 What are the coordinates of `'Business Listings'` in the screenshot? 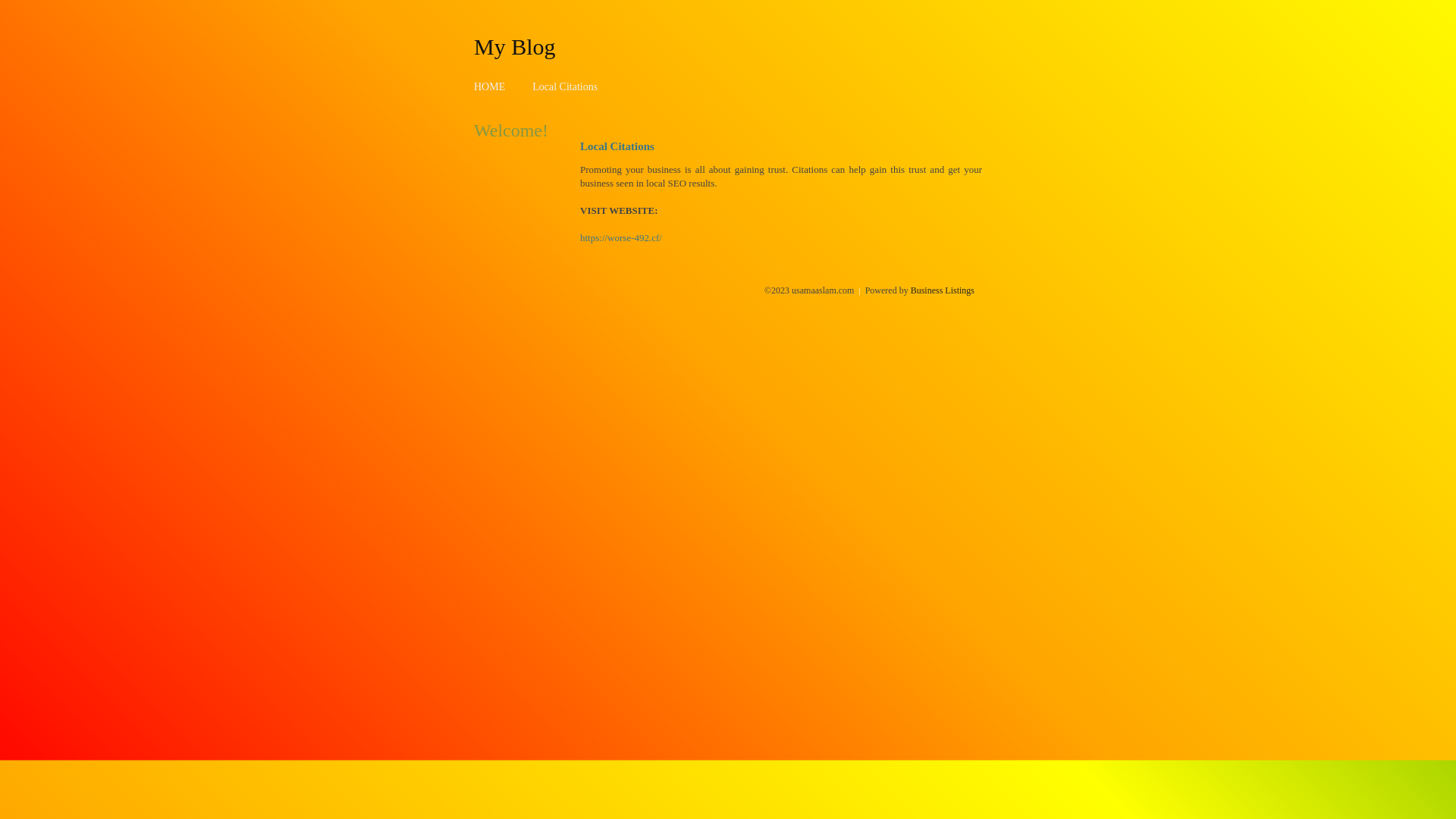 It's located at (942, 290).